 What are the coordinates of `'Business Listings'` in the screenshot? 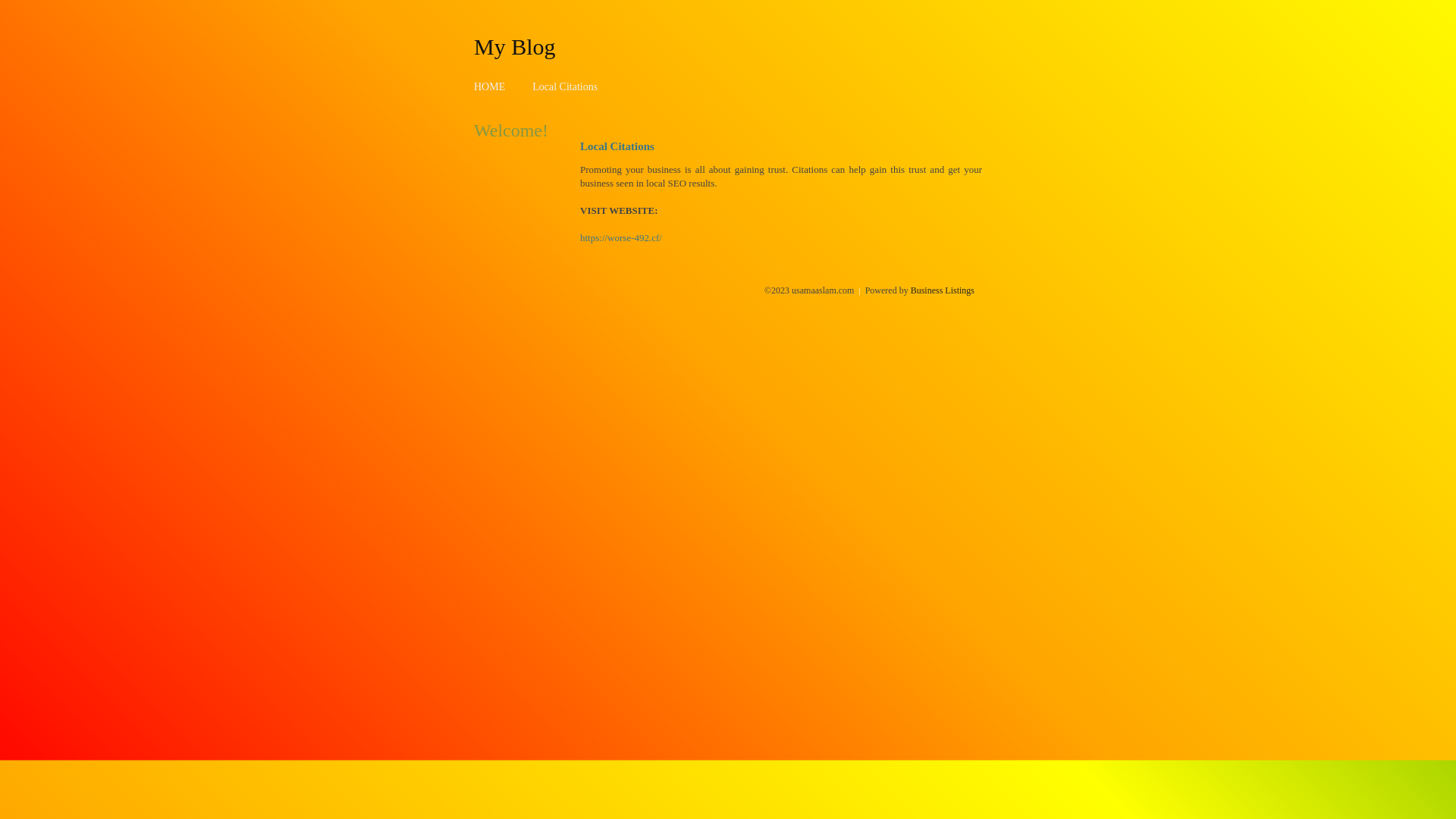 It's located at (942, 290).